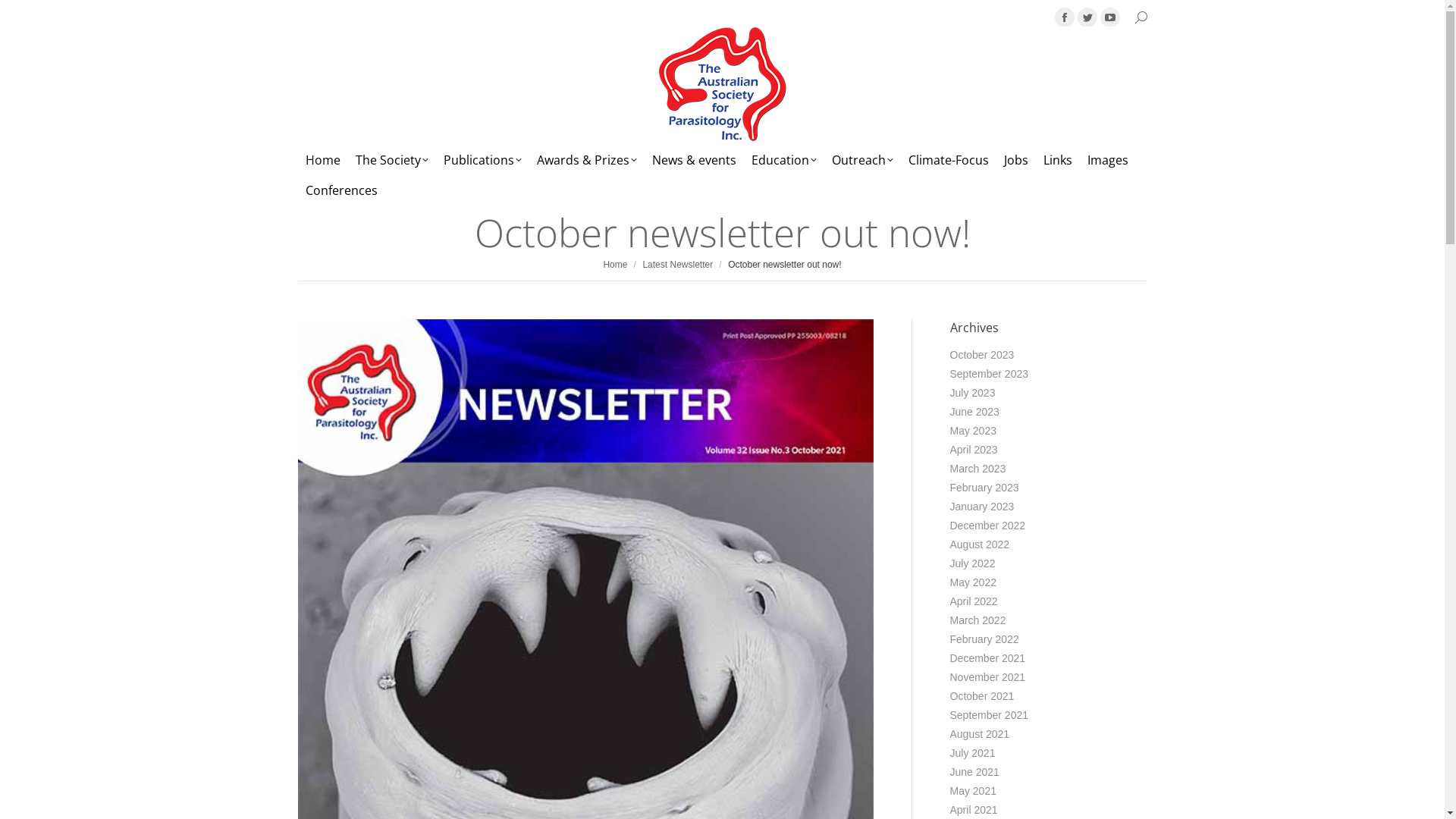 This screenshot has width=1456, height=819. What do you see at coordinates (981, 506) in the screenshot?
I see `'January 2023'` at bounding box center [981, 506].